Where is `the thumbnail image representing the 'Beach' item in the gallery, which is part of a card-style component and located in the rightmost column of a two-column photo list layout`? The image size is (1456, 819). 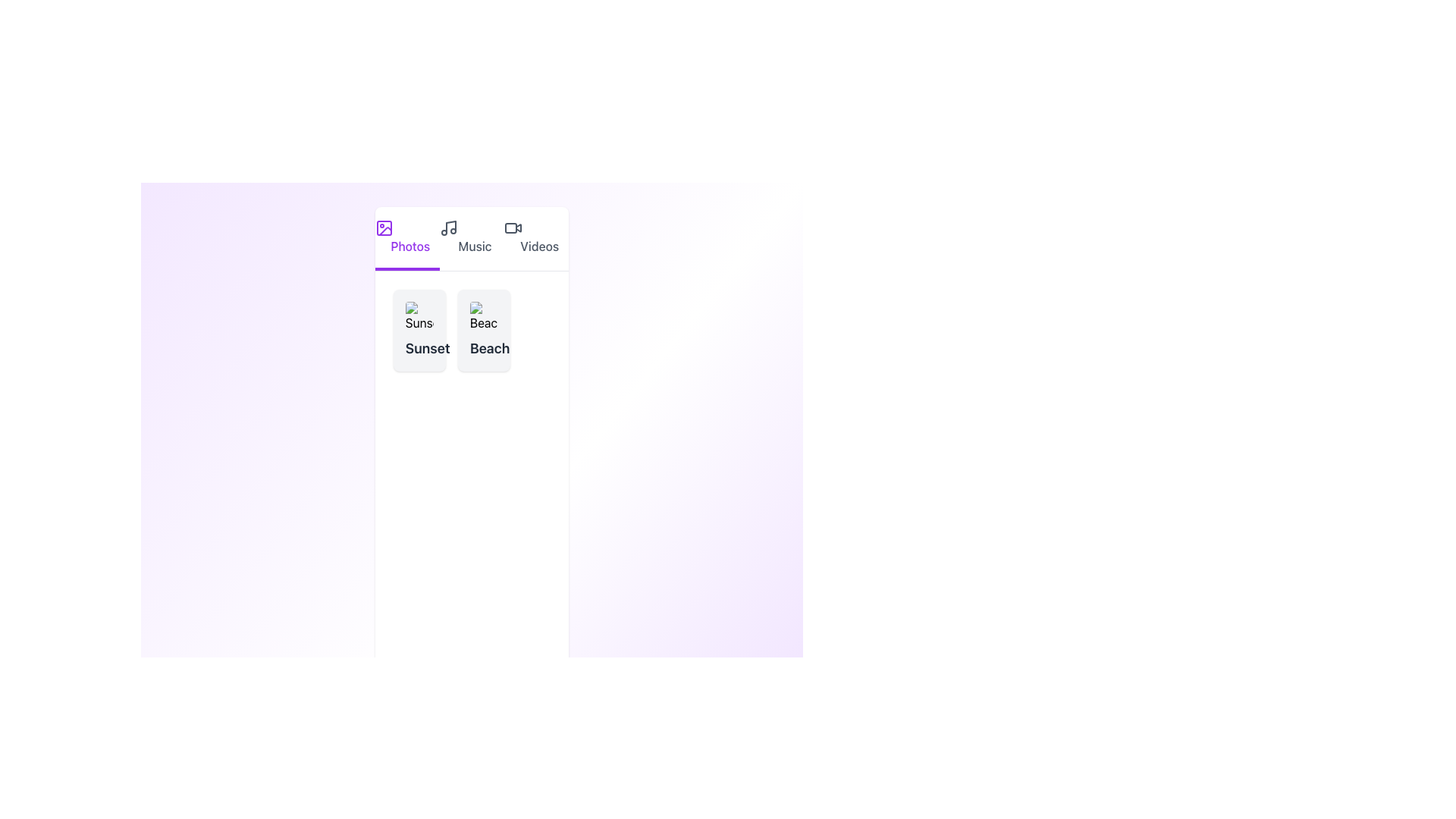
the thumbnail image representing the 'Beach' item in the gallery, which is part of a card-style component and located in the rightmost column of a two-column photo list layout is located at coordinates (483, 315).